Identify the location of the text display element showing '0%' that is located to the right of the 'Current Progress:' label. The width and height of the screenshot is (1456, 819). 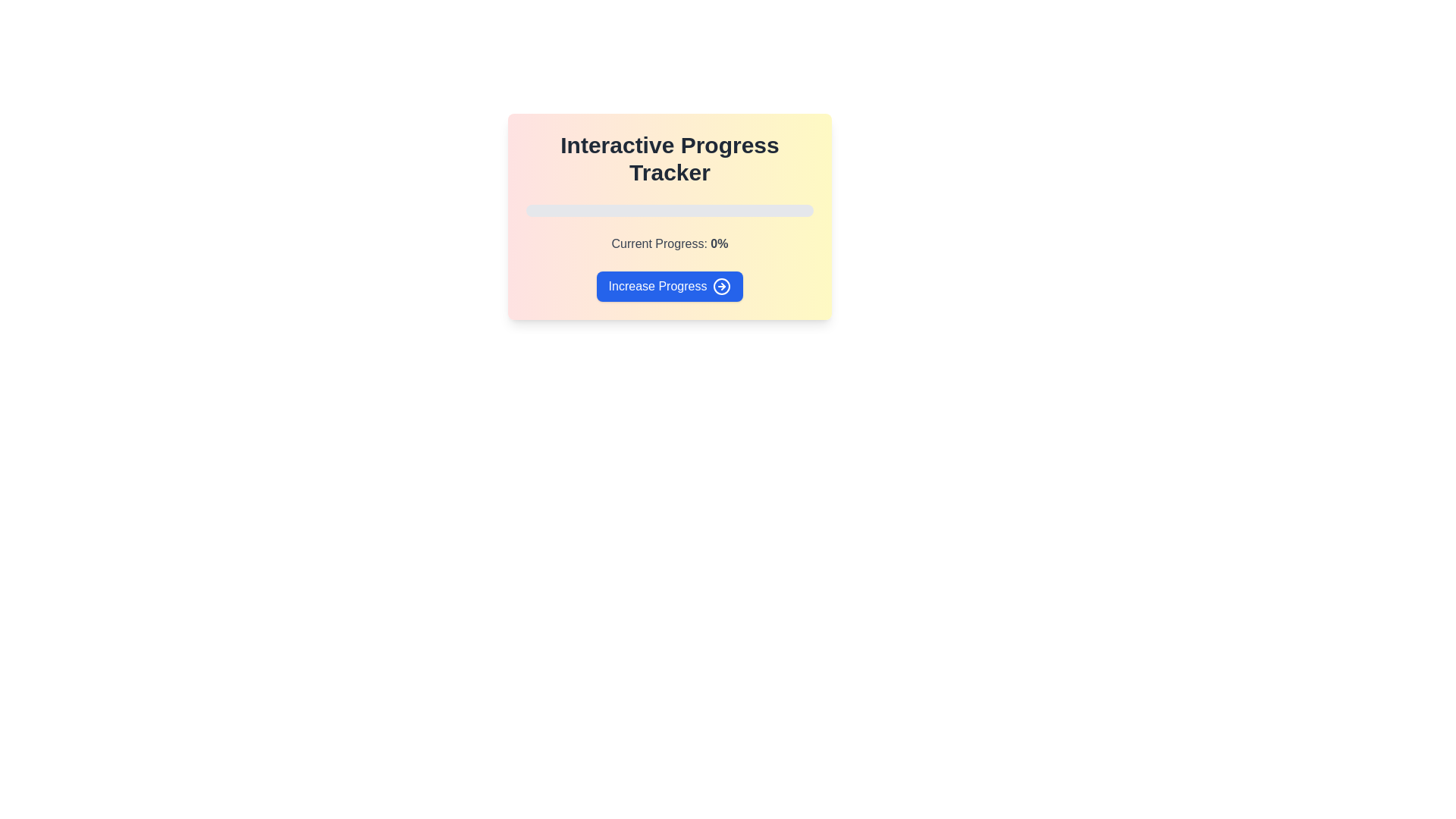
(718, 243).